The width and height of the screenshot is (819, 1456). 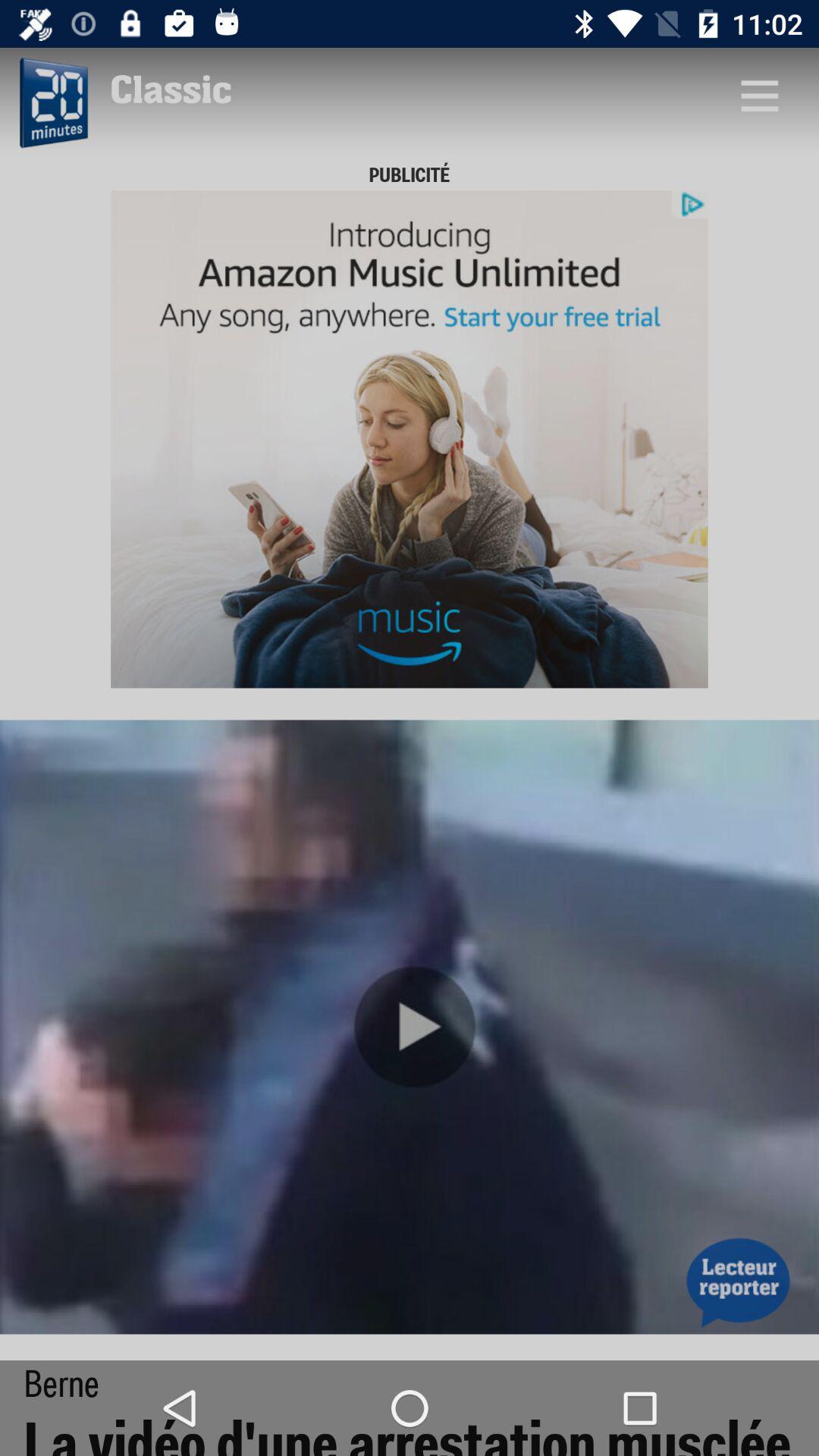 I want to click on time, so click(x=51, y=102).